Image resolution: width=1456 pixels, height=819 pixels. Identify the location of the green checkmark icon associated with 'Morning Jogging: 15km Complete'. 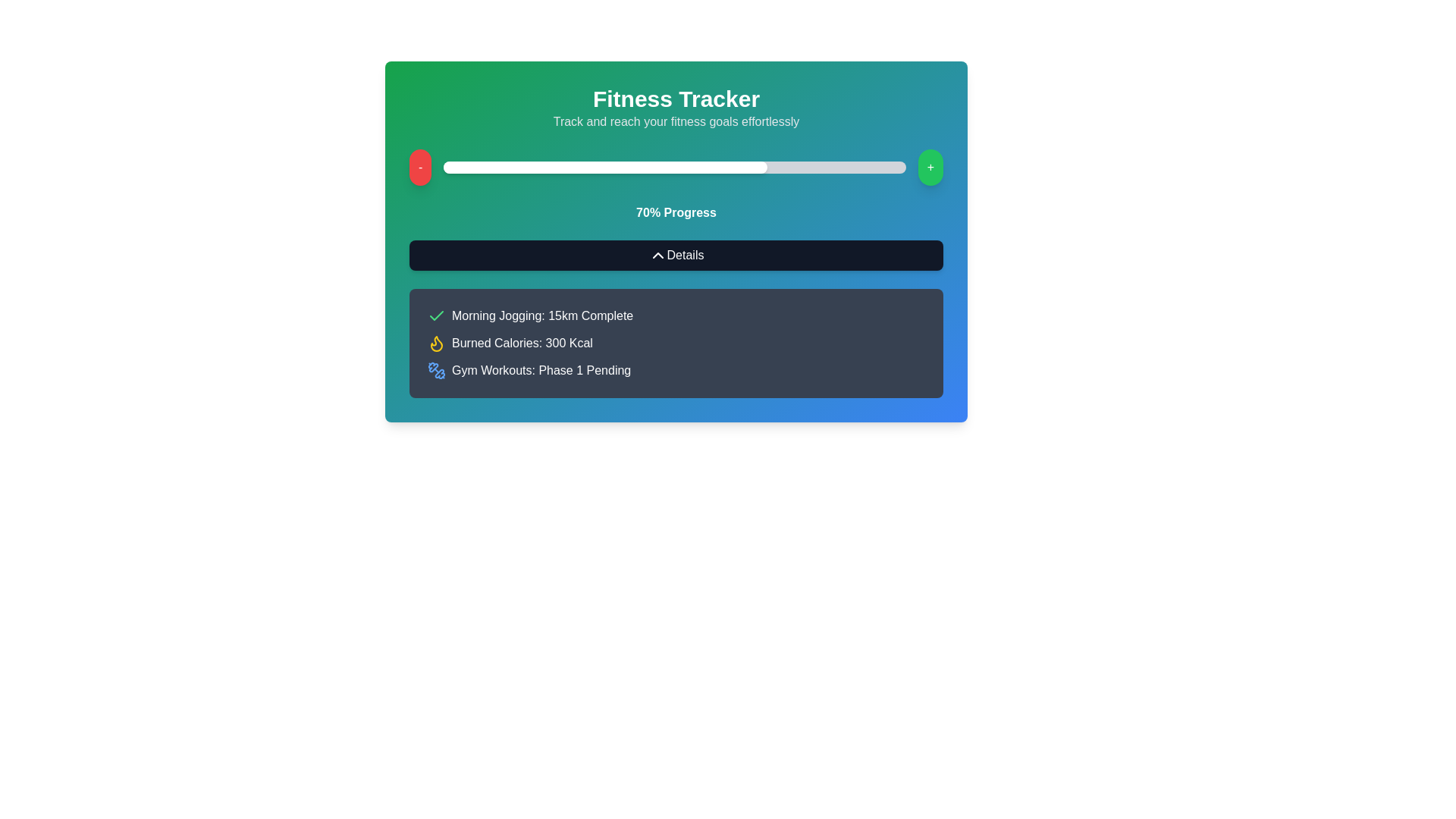
(436, 315).